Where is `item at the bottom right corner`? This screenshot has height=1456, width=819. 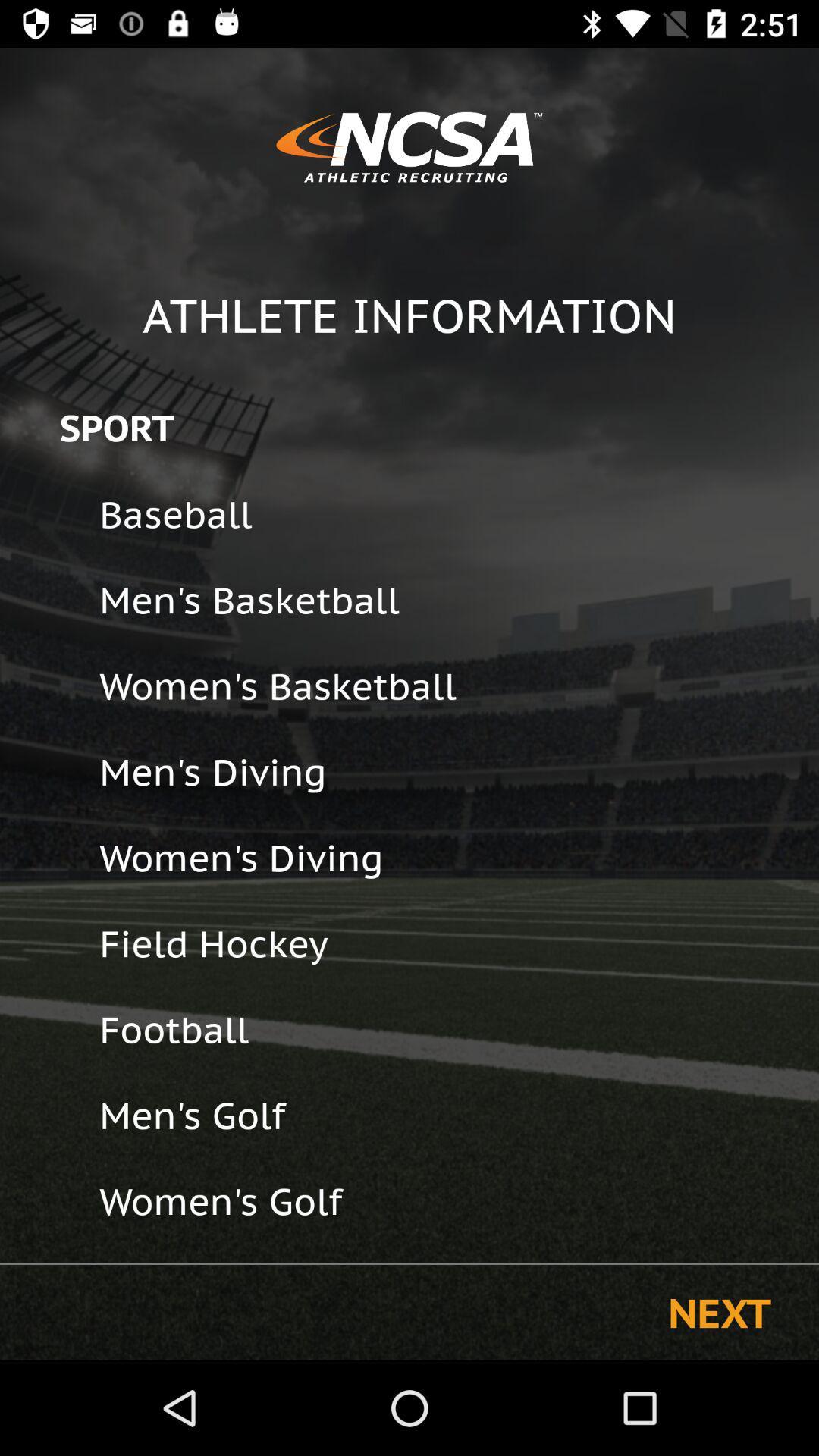
item at the bottom right corner is located at coordinates (719, 1312).